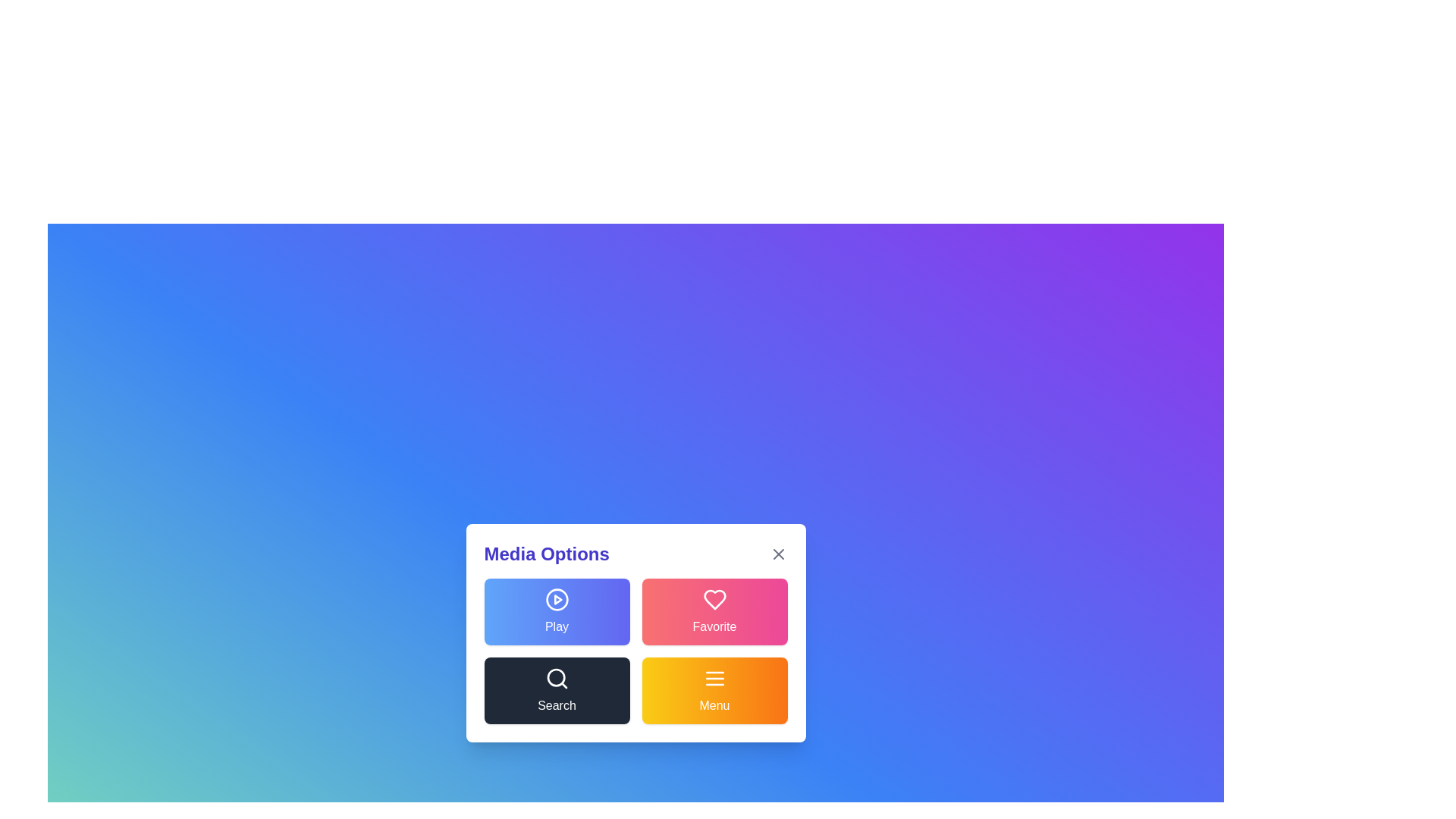  I want to click on the 'Favorite' button, which has a gradient red to pink background and displays a white heart icon and the word 'Favorite' in white text, so click(714, 610).